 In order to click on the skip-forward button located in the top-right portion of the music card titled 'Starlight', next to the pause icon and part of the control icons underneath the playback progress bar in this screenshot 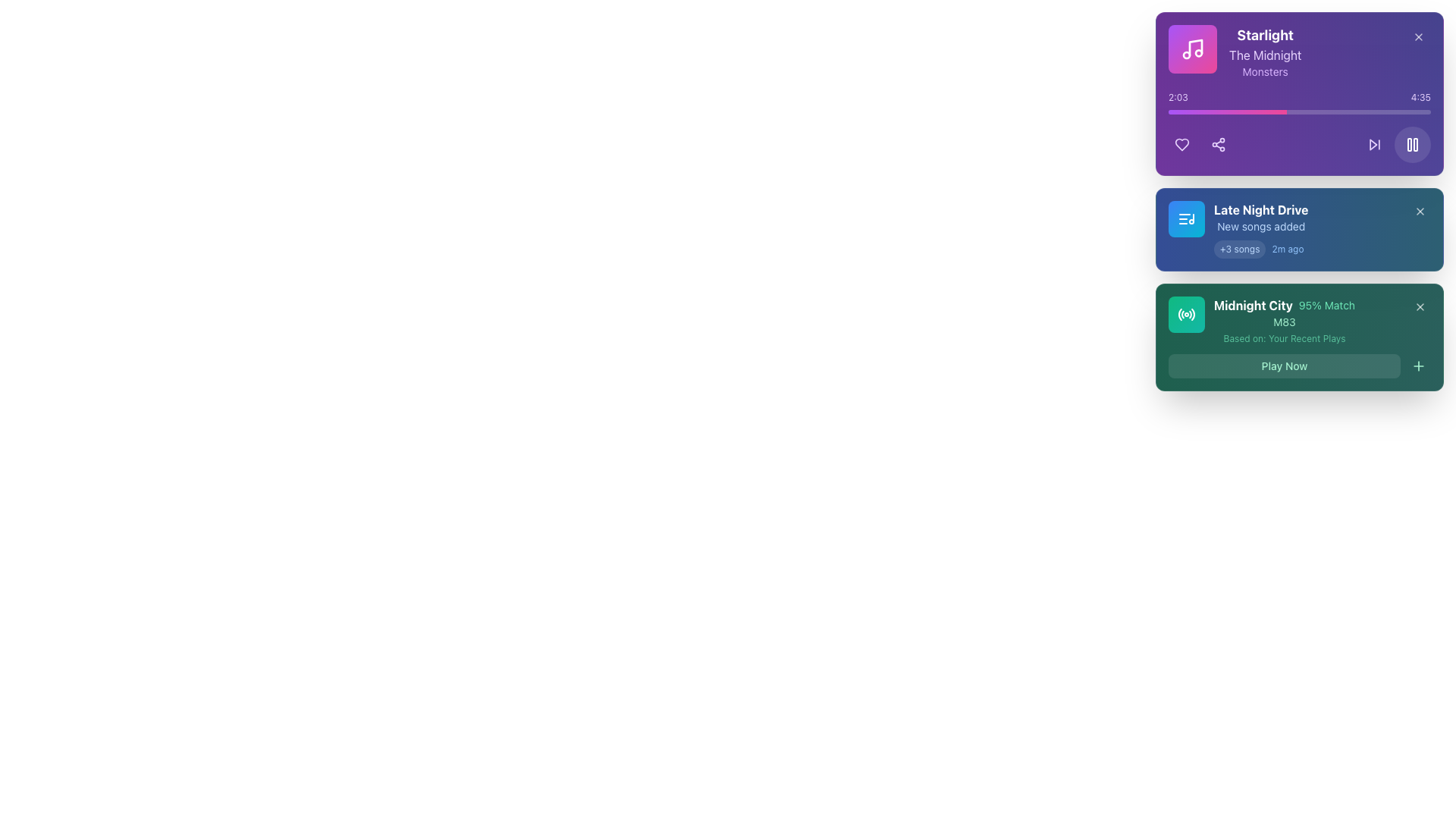, I will do `click(1375, 145)`.